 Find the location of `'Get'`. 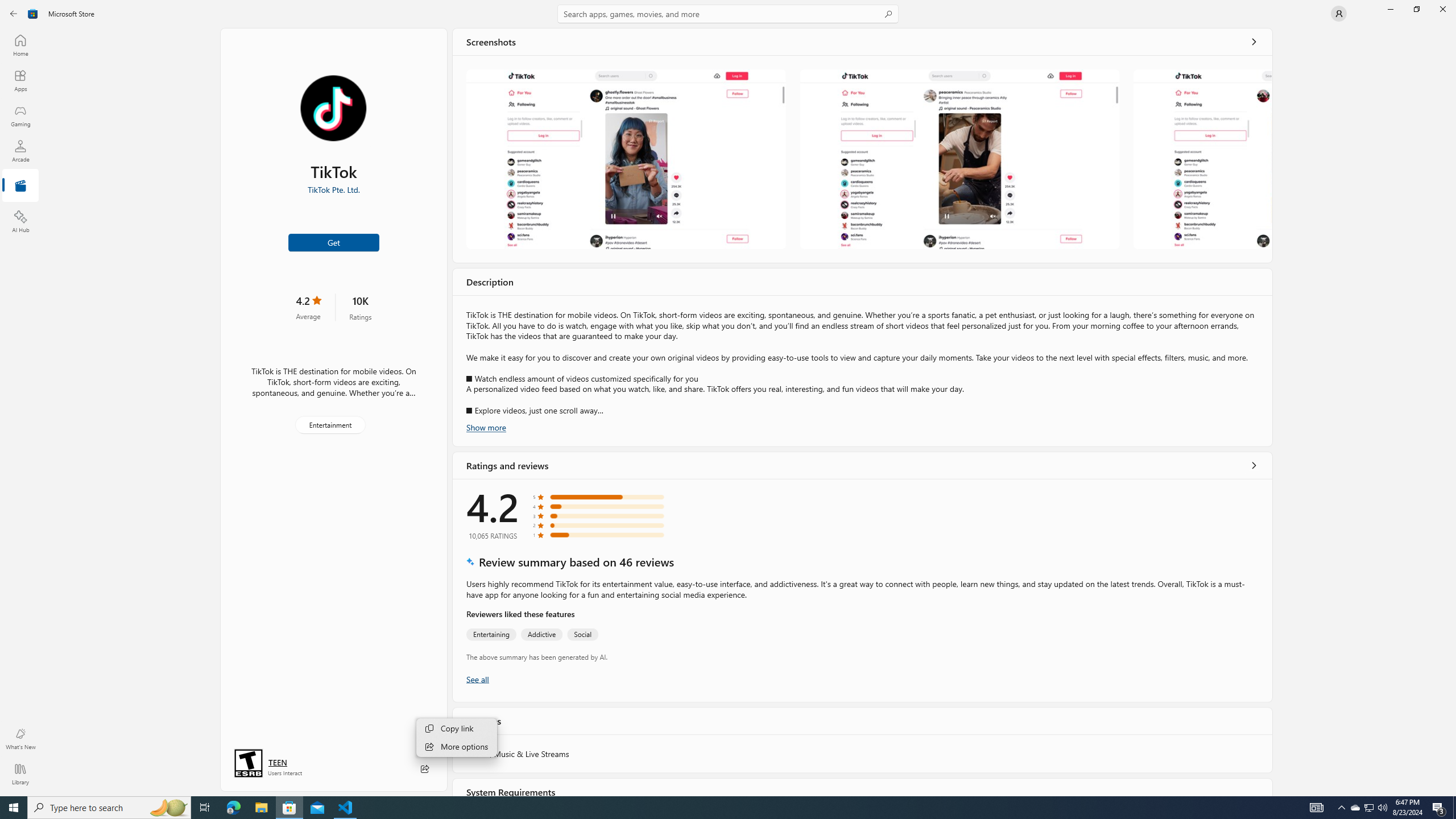

'Get' is located at coordinates (334, 242).